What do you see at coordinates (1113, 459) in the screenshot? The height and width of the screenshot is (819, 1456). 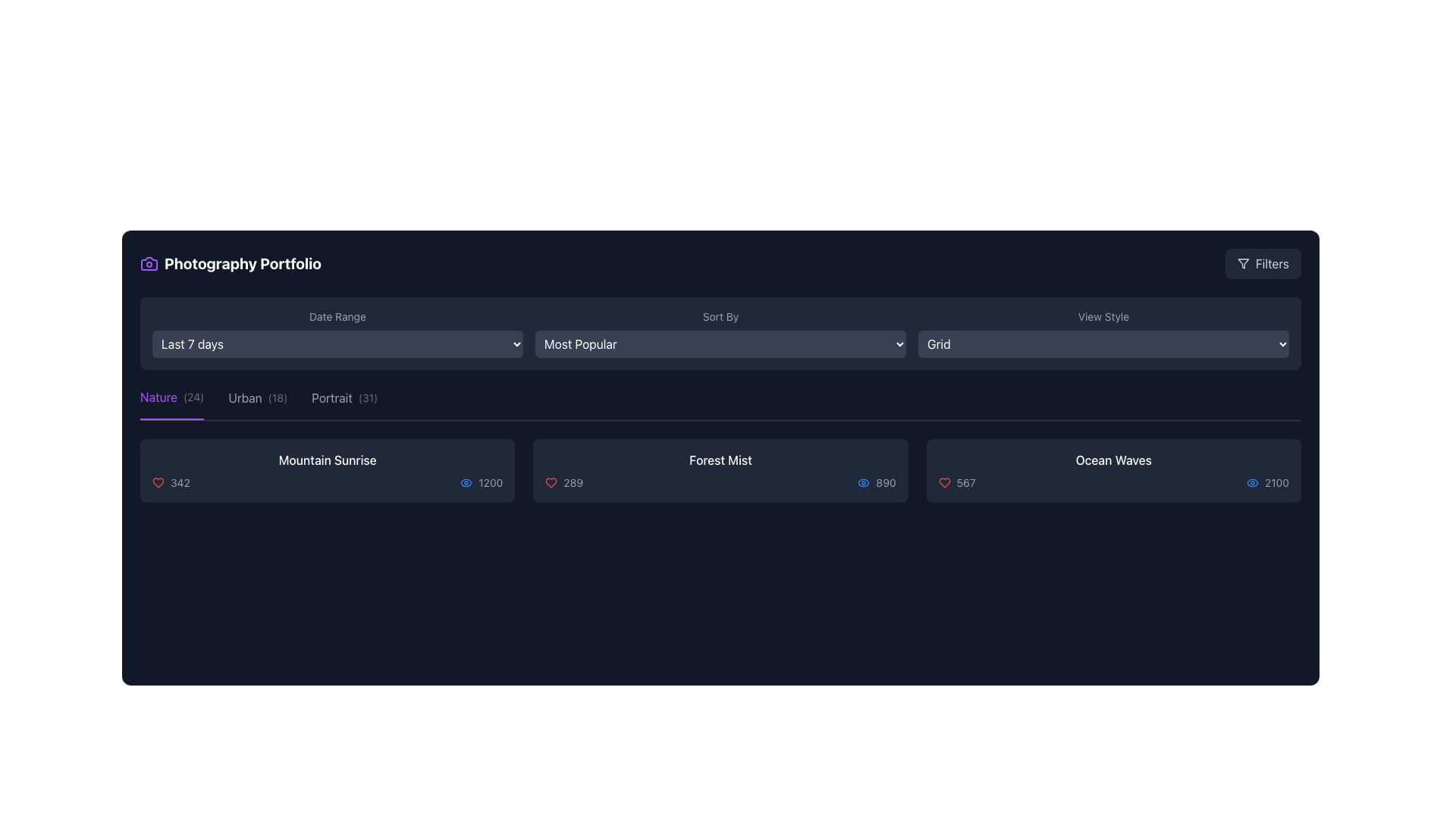 I see `text from the label displaying 'Ocean Waves' located at the center of the last card in a group of three cards on a dark background` at bounding box center [1113, 459].